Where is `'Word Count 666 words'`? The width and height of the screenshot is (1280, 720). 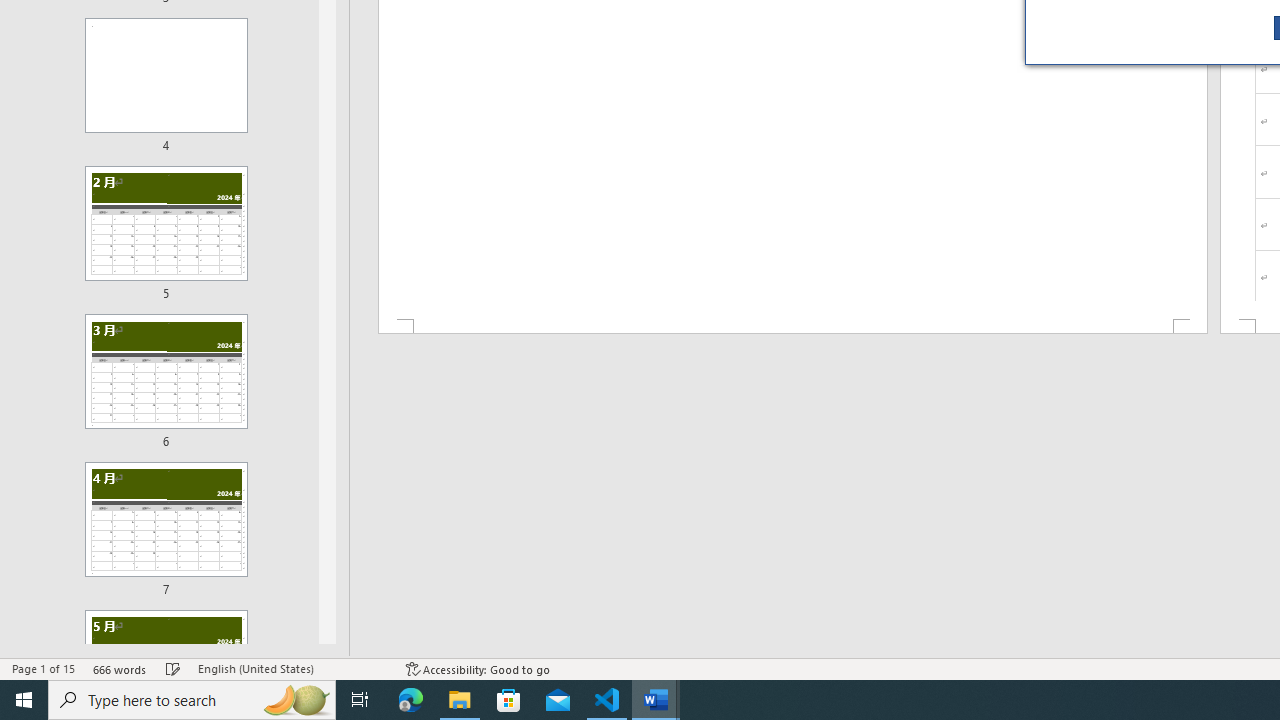 'Word Count 666 words' is located at coordinates (119, 669).